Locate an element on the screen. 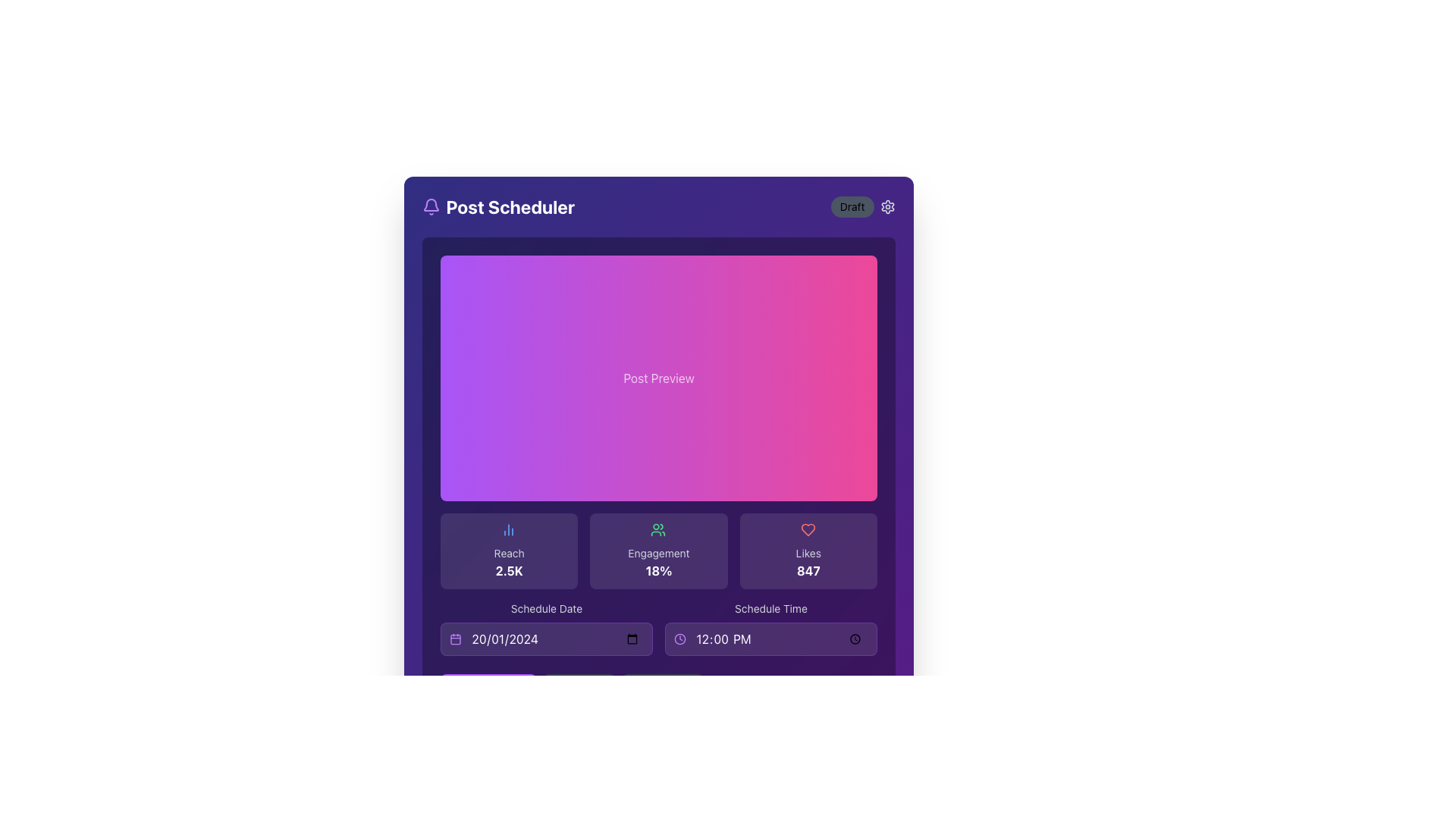 The width and height of the screenshot is (1456, 819). the informational label displaying 'Draft' status located in the top right corner of the interface, adjacent to the gear icon is located at coordinates (852, 207).